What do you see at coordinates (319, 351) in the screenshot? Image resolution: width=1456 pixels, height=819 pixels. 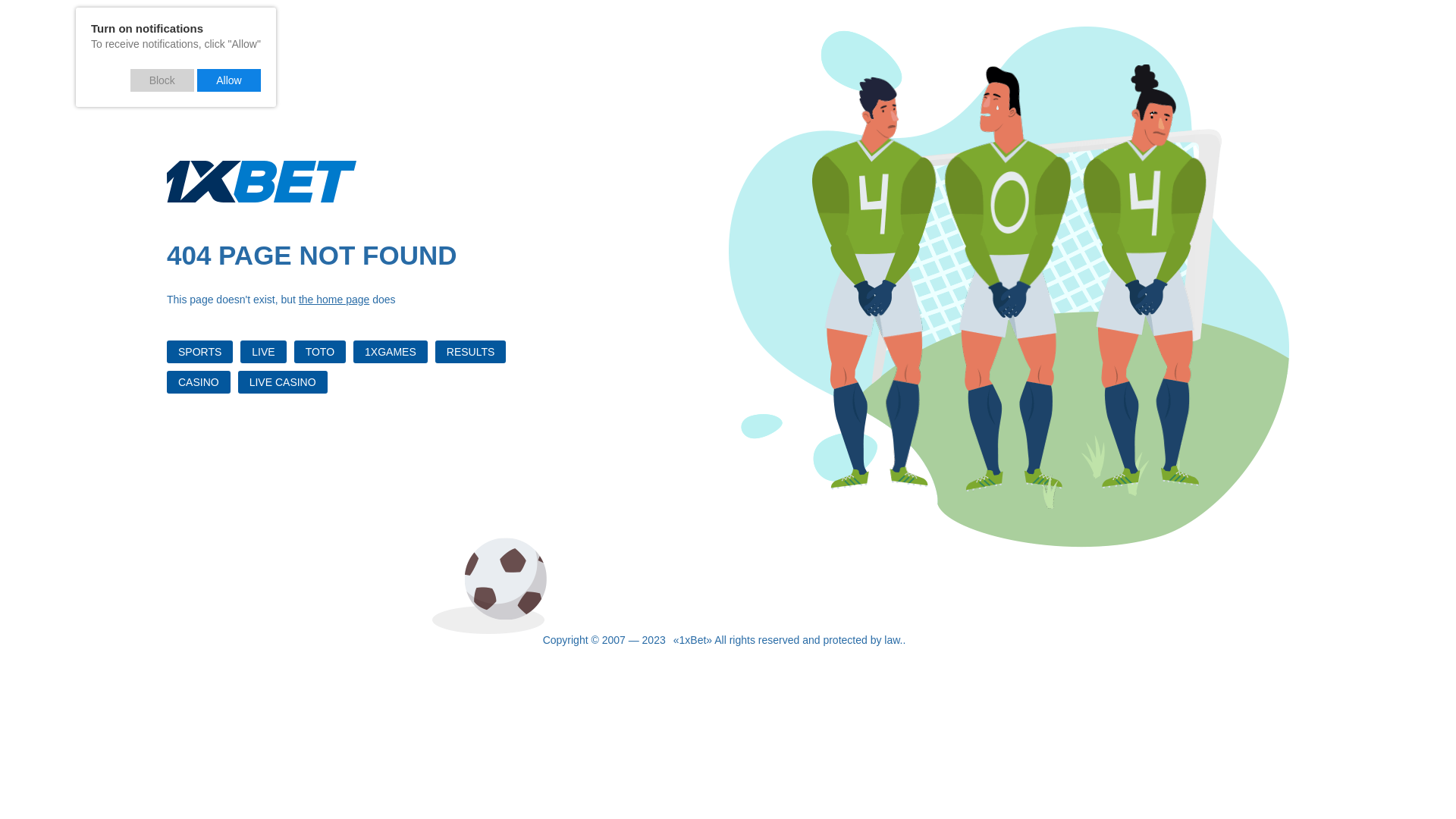 I see `'TOTO'` at bounding box center [319, 351].